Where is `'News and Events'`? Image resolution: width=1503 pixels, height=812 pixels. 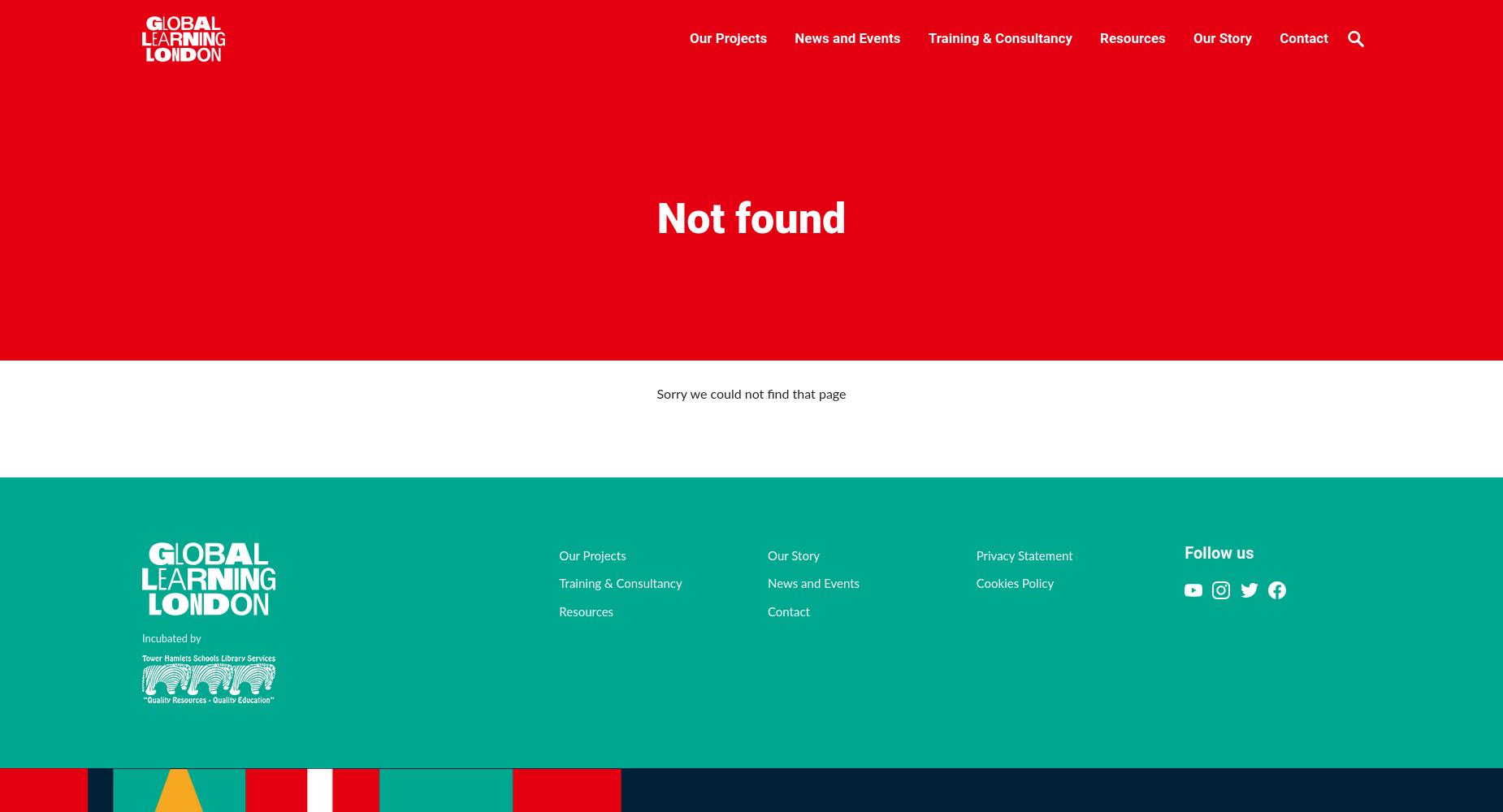 'News and Events' is located at coordinates (812, 583).